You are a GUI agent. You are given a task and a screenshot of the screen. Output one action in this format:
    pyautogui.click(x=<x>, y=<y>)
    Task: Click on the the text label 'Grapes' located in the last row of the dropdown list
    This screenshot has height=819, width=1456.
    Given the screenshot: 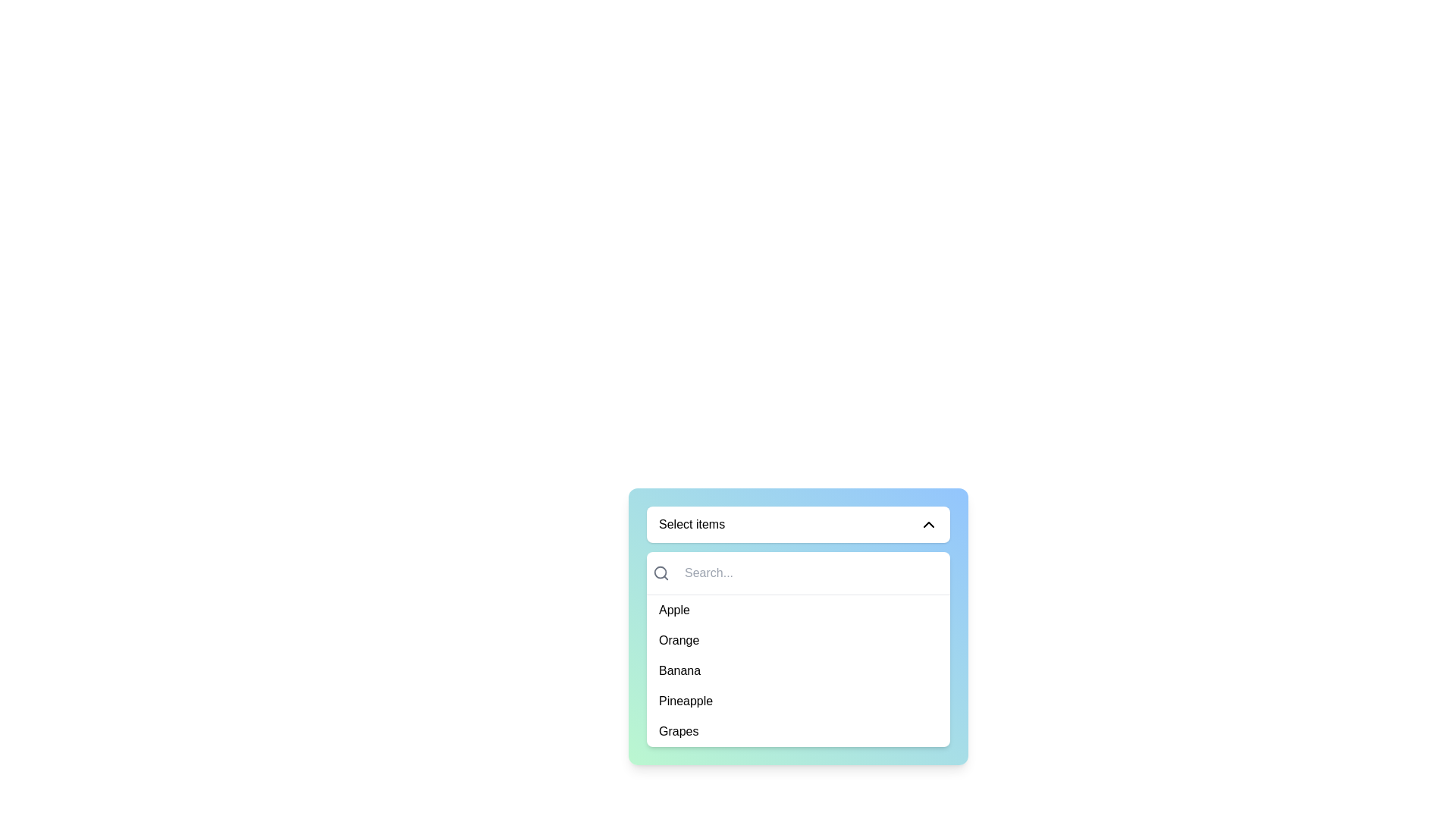 What is the action you would take?
    pyautogui.click(x=678, y=730)
    